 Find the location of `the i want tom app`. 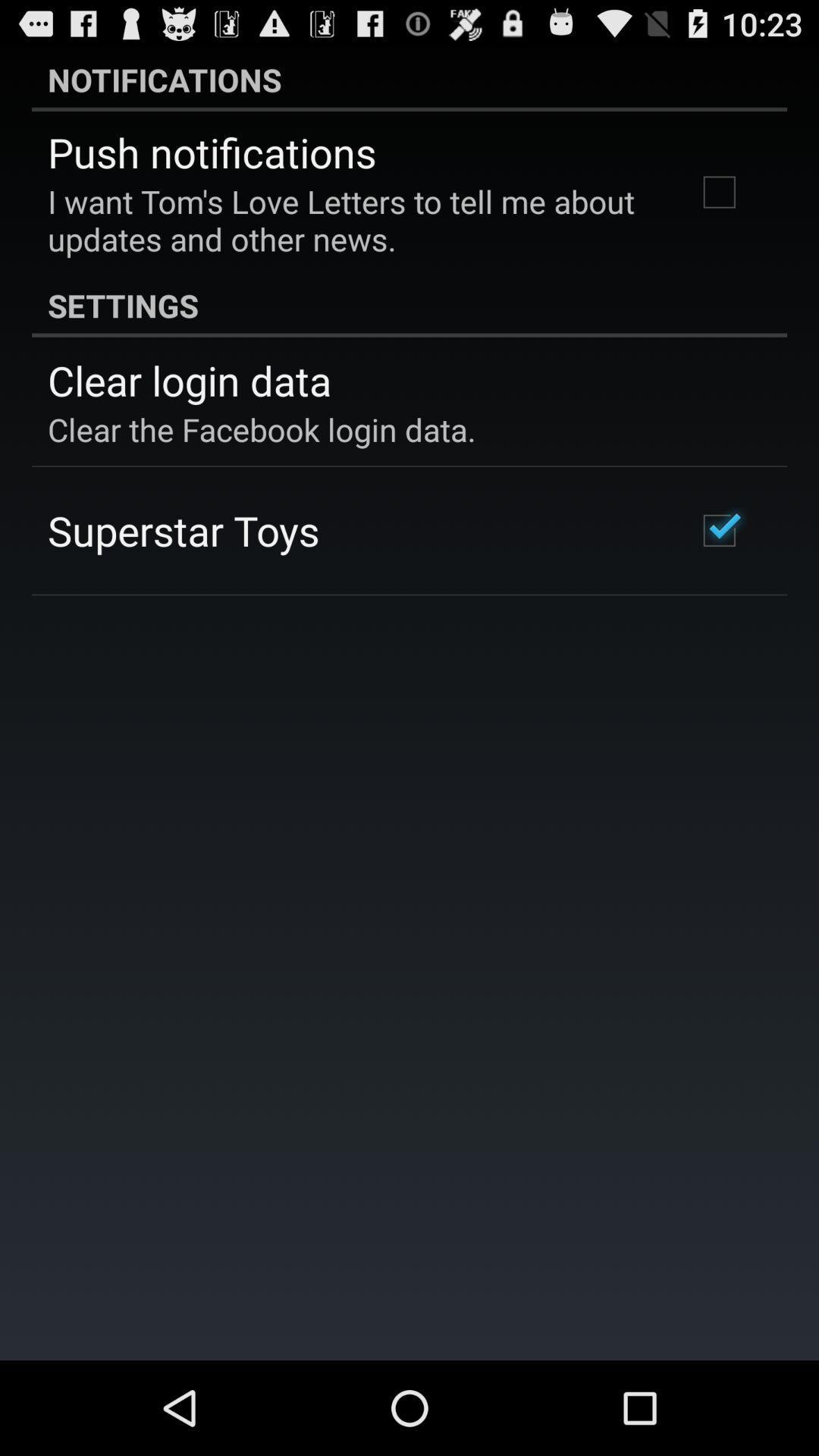

the i want tom app is located at coordinates (351, 219).